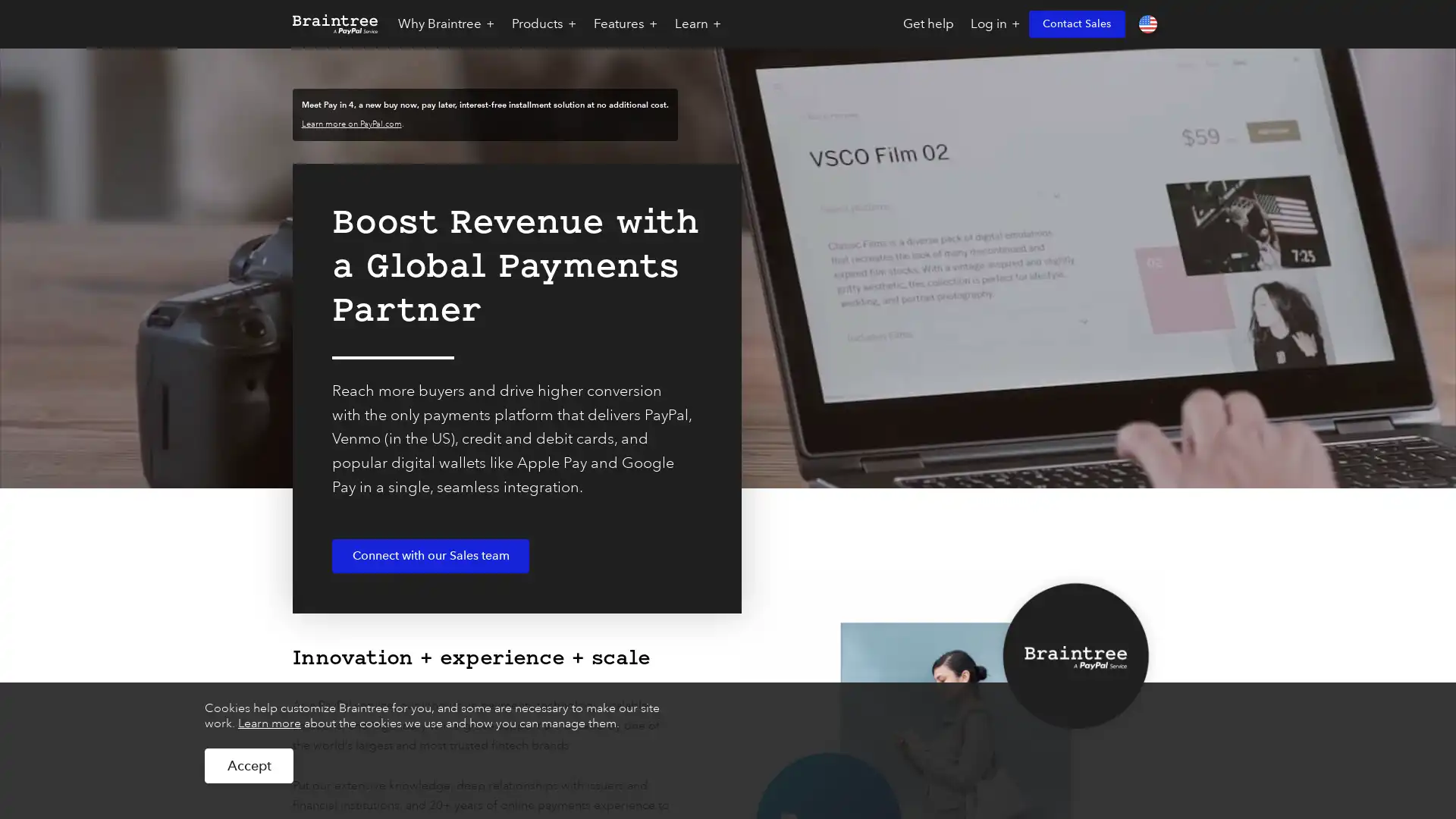 The width and height of the screenshot is (1456, 819). I want to click on Why Braintree menu, so click(445, 24).